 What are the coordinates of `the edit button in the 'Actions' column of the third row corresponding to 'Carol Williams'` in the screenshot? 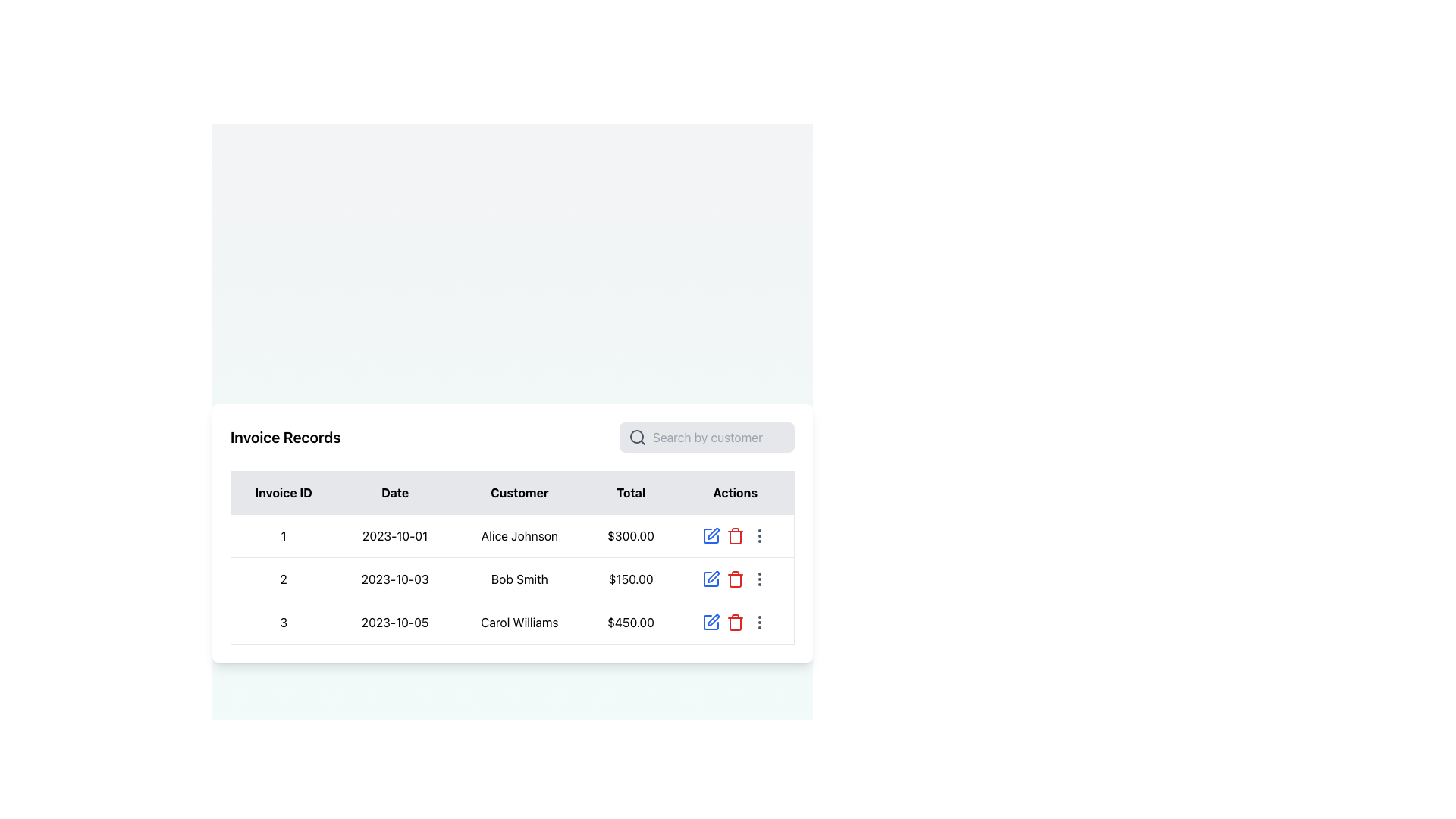 It's located at (710, 622).